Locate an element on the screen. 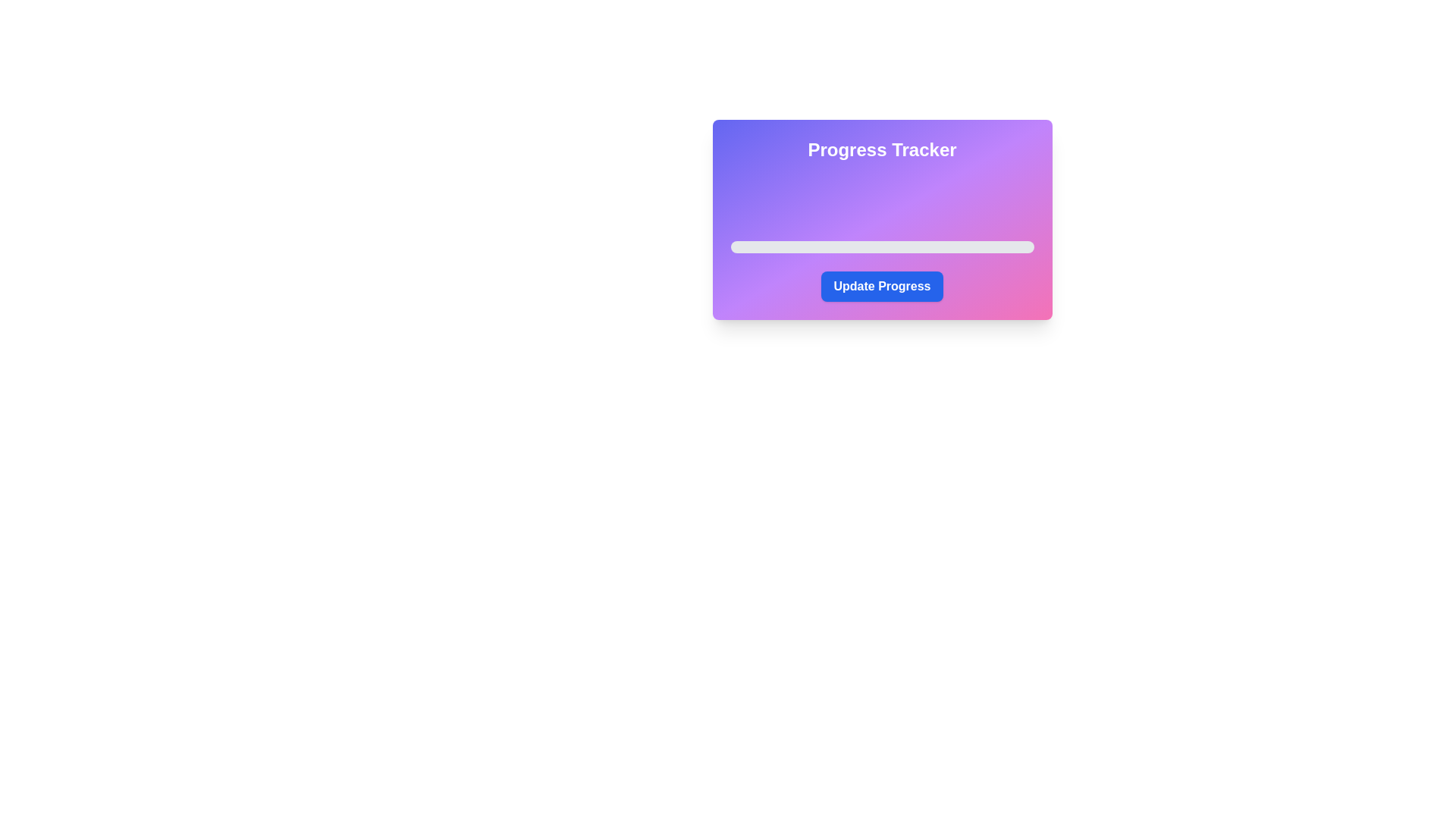 The image size is (1456, 819). the horizontal progress bar located beneath the circular icon and above the blue button labeled 'Update Progress' is located at coordinates (882, 246).